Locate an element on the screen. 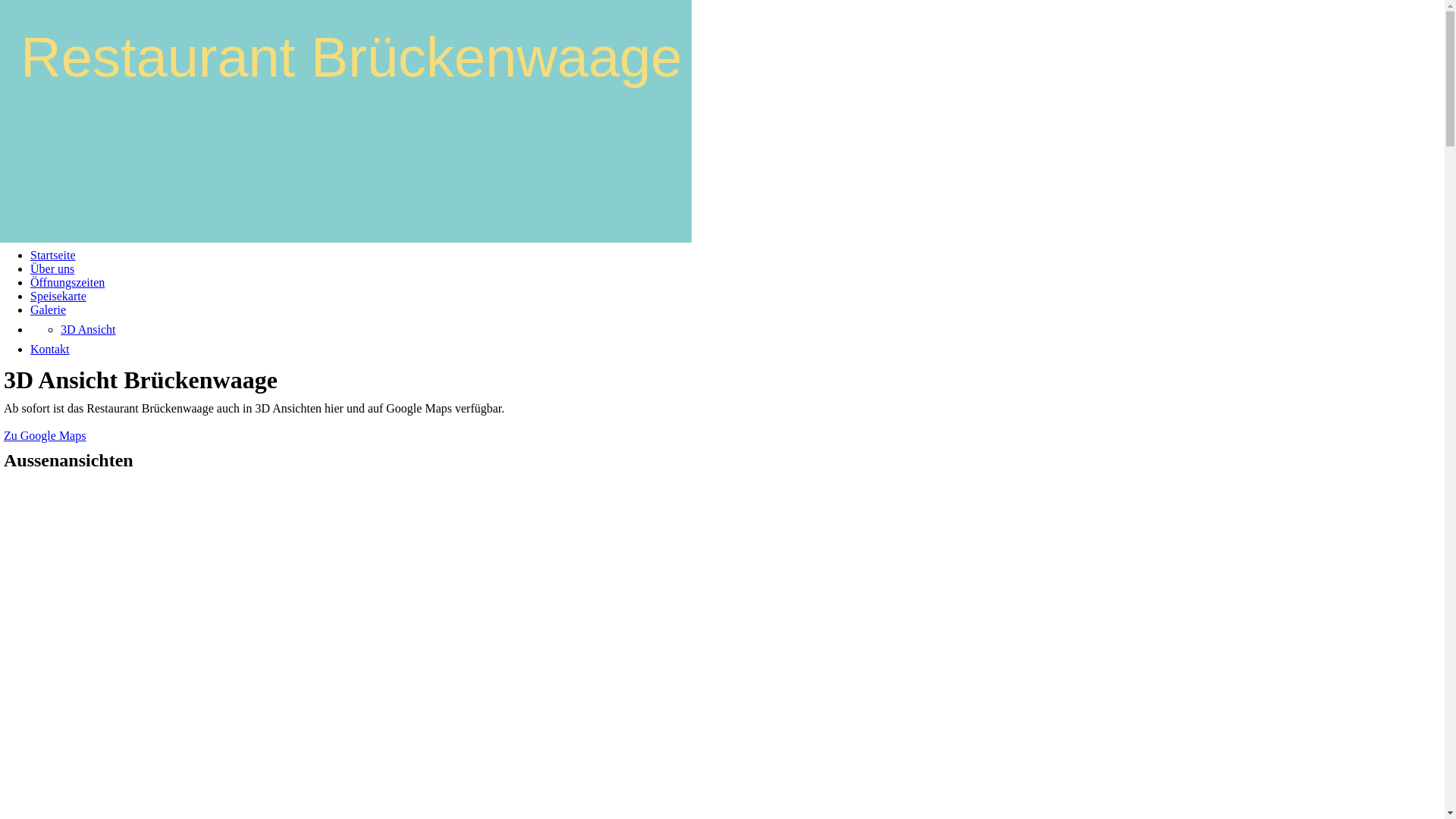  'Speisekarte' is located at coordinates (58, 296).